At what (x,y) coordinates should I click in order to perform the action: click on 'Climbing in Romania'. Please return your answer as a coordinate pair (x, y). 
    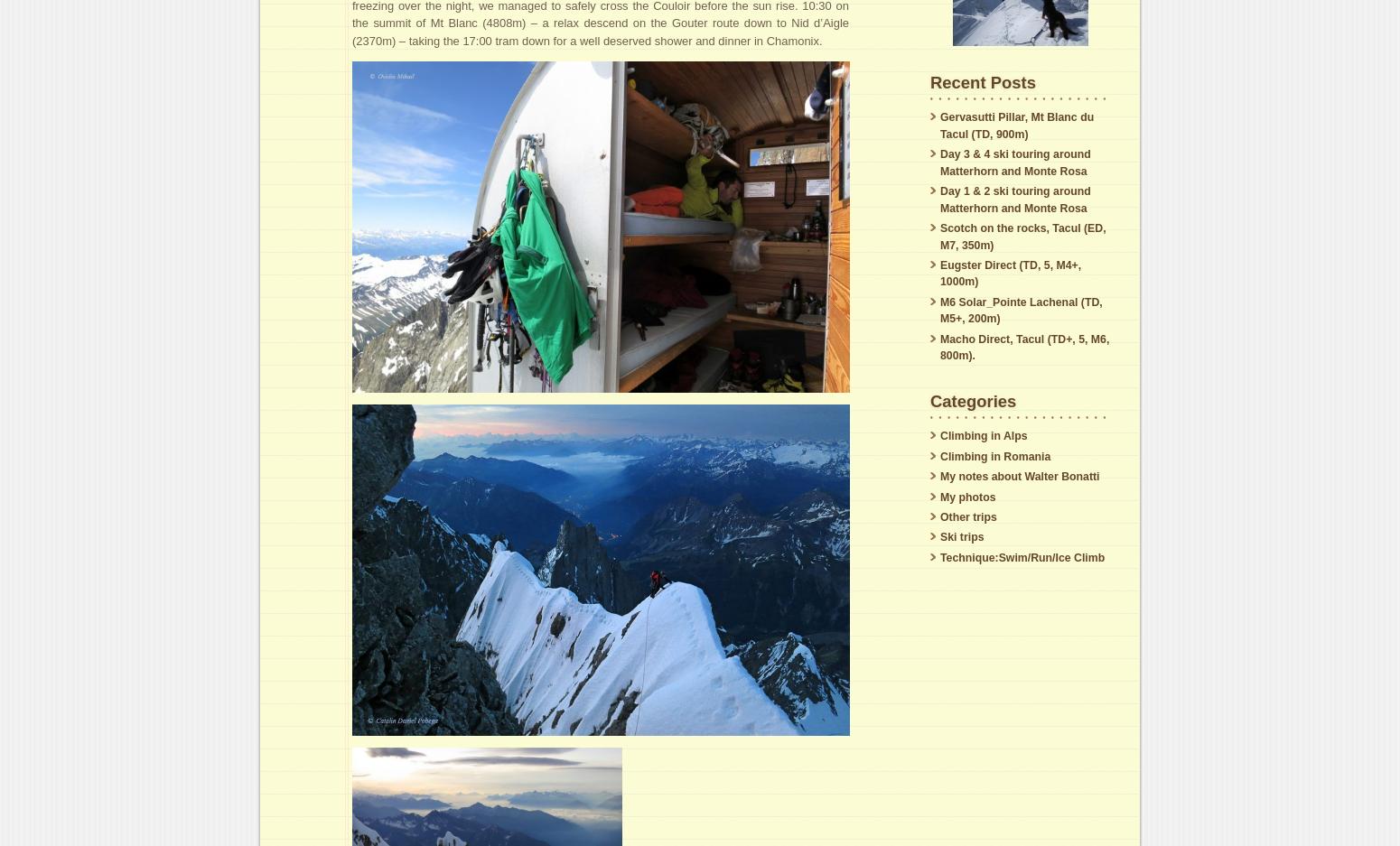
    Looking at the image, I should click on (994, 455).